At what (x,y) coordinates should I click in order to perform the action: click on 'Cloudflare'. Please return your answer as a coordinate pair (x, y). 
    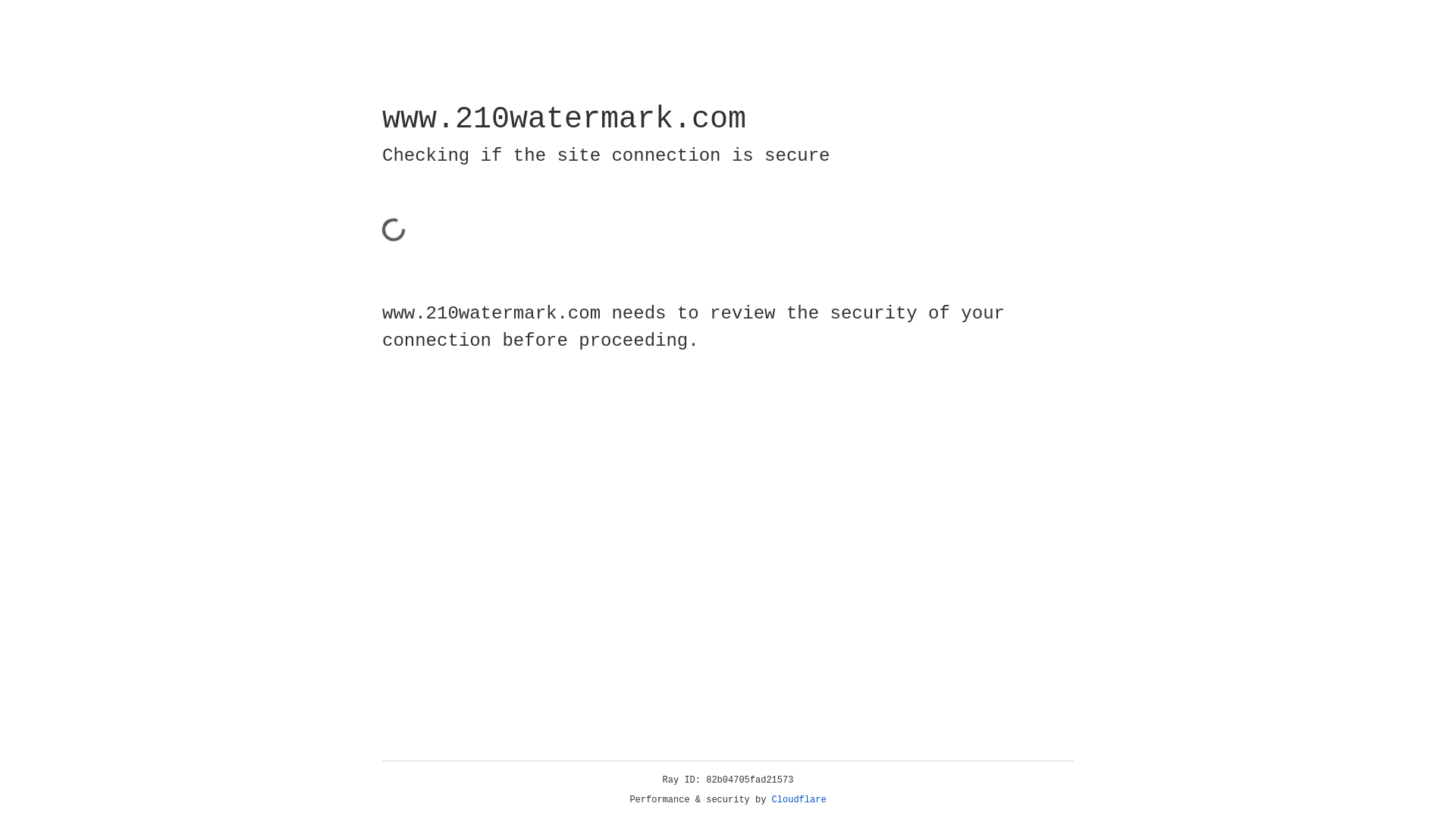
    Looking at the image, I should click on (799, 799).